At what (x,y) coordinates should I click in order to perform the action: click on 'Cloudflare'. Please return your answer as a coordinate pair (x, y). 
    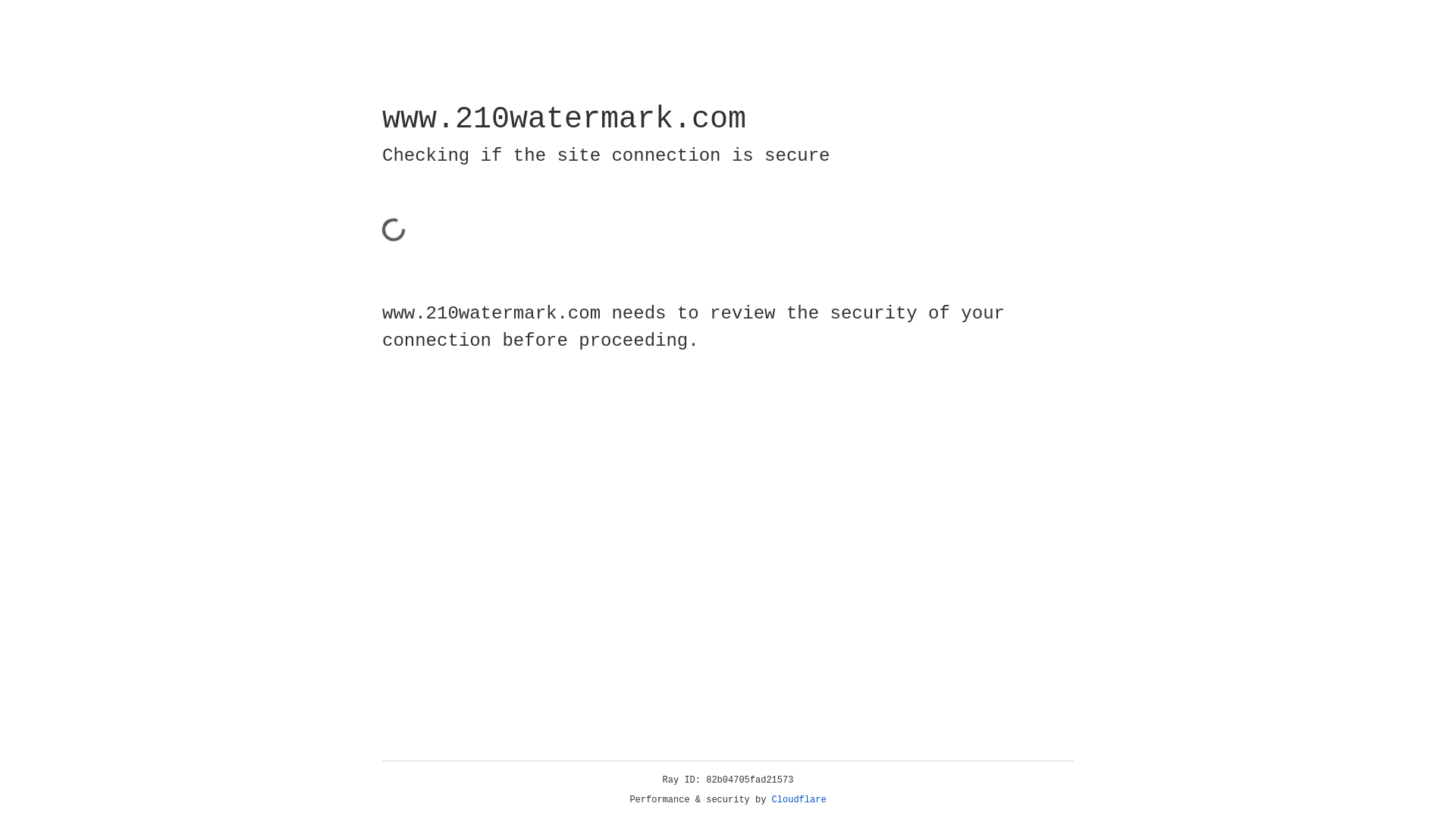
    Looking at the image, I should click on (799, 799).